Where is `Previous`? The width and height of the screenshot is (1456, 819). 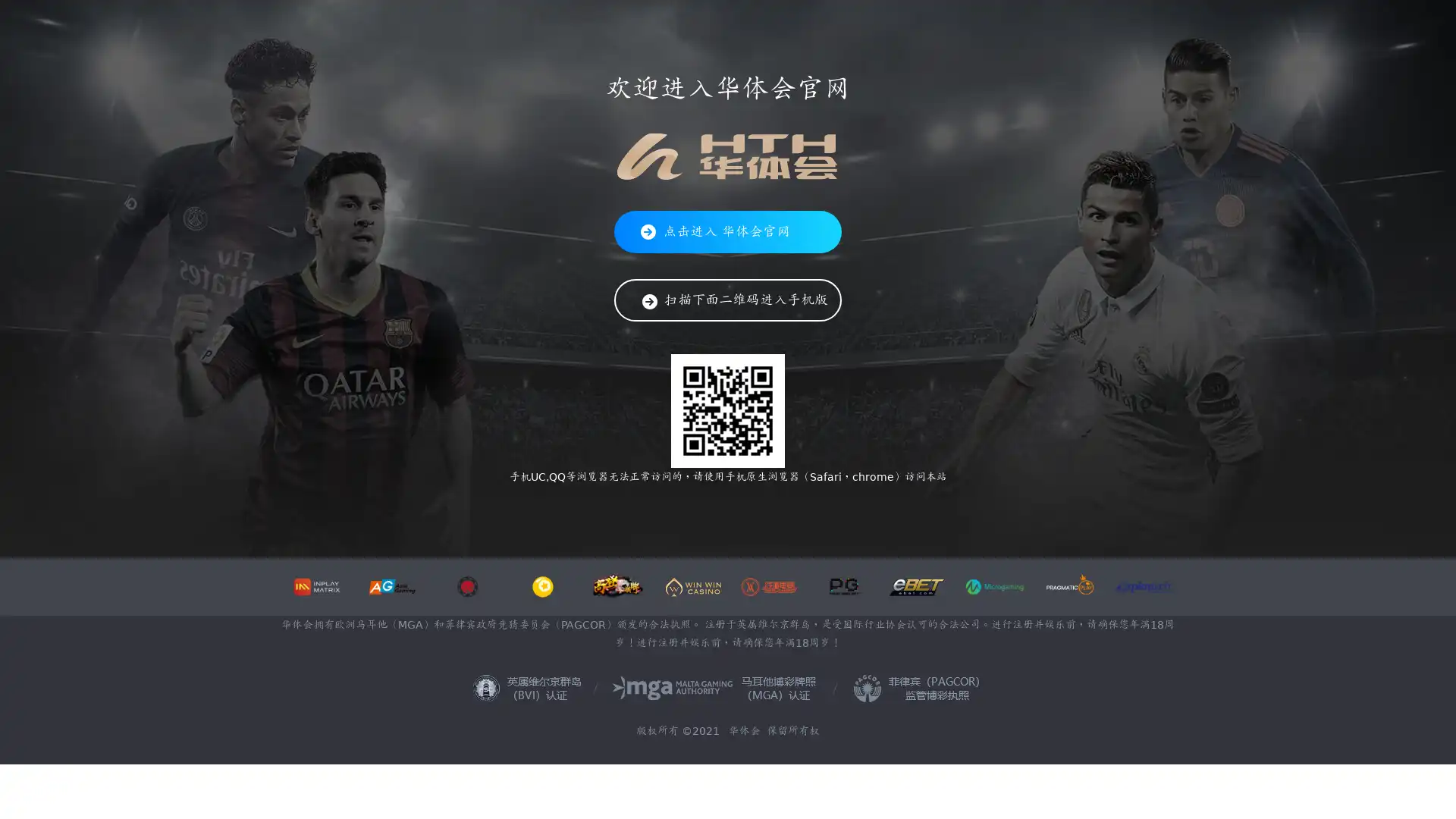
Previous is located at coordinates (308, 711).